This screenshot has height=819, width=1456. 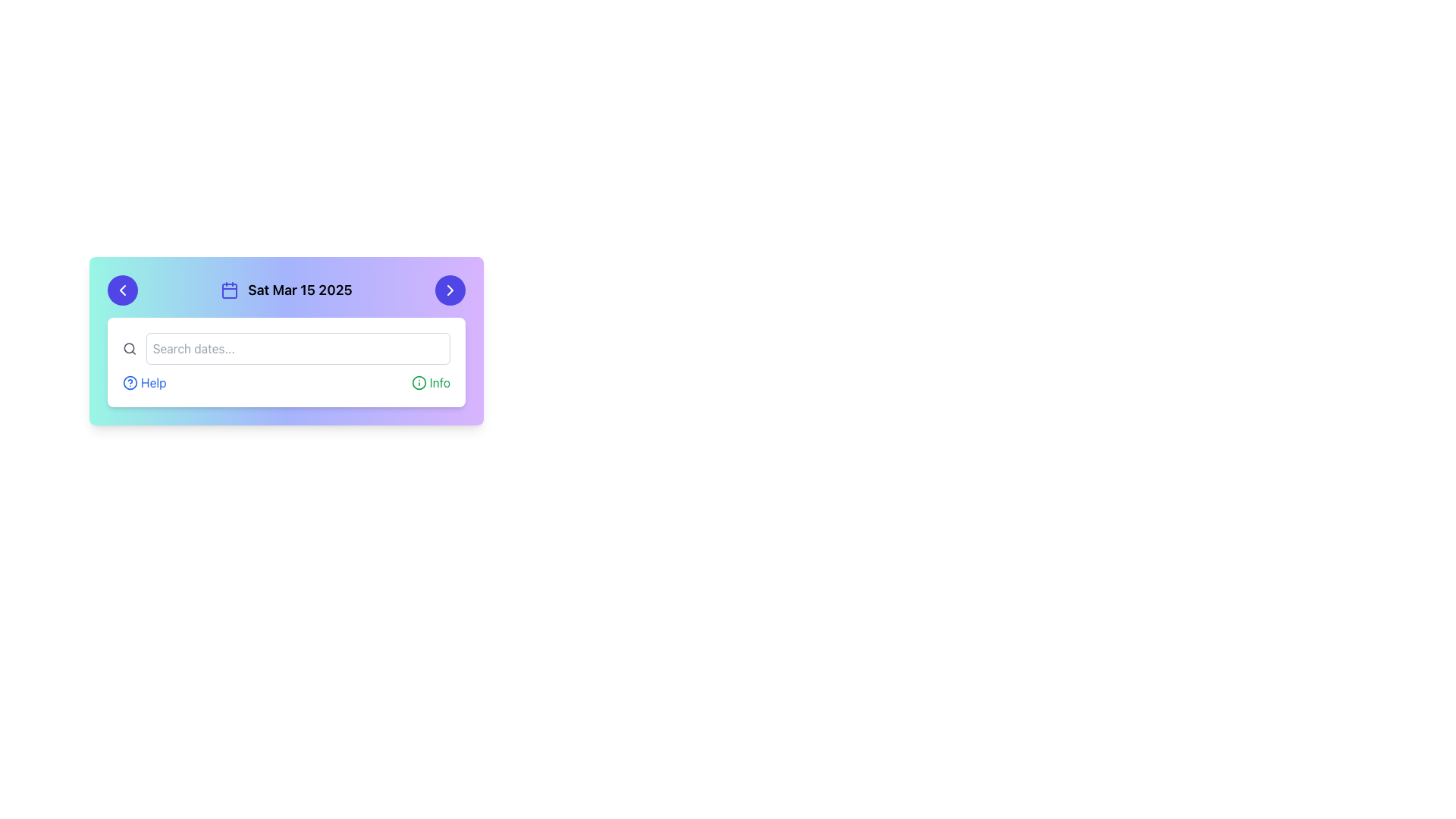 I want to click on the leftward chevron icon inside the circular button with a blue background, located in the header of the date selector, so click(x=123, y=290).